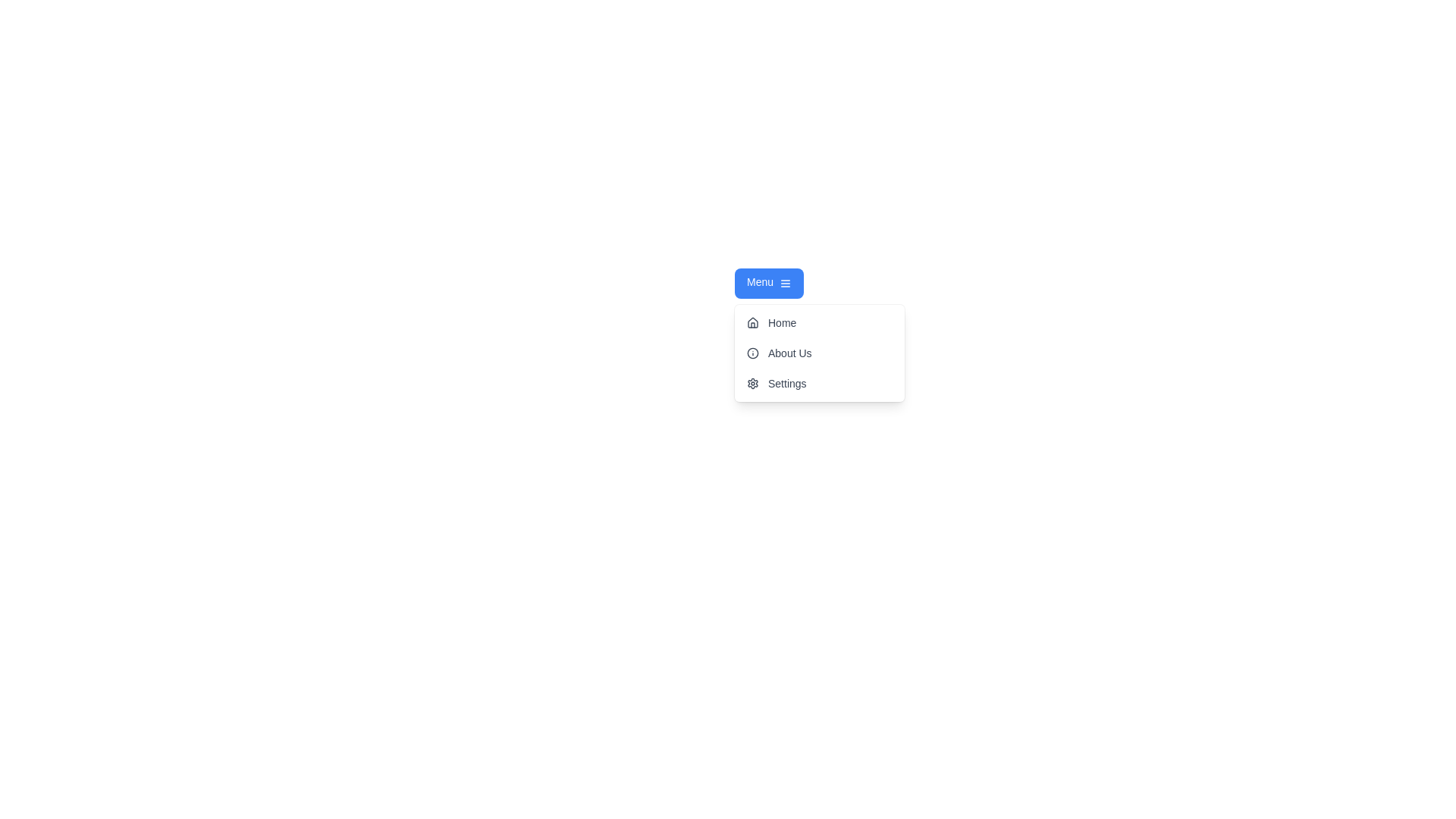 Image resolution: width=1456 pixels, height=819 pixels. What do you see at coordinates (818, 322) in the screenshot?
I see `the first navigation menu item located directly below the blue 'Menu' button to activate it` at bounding box center [818, 322].